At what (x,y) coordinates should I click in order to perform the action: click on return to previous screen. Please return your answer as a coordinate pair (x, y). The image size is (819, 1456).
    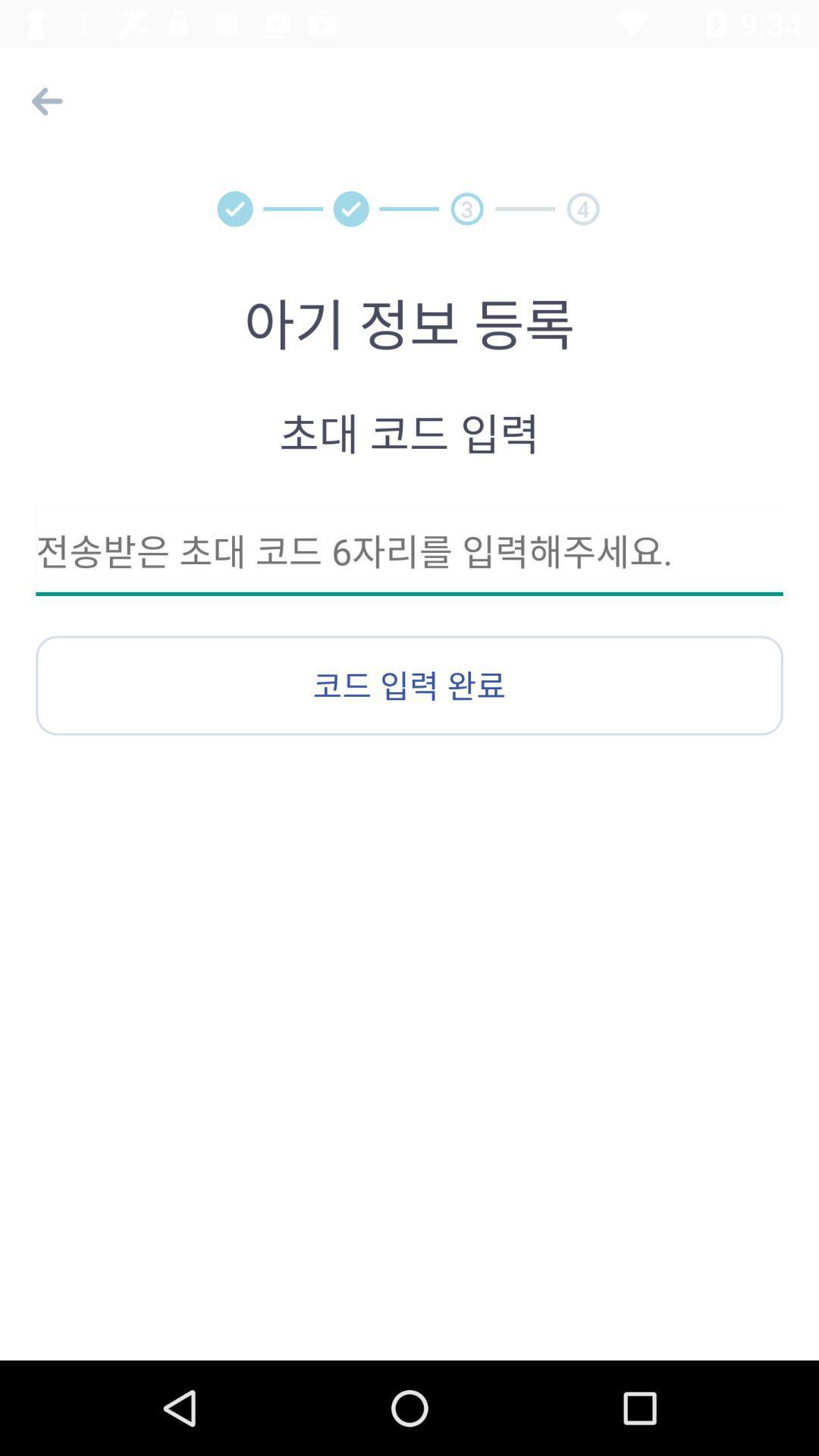
    Looking at the image, I should click on (42, 100).